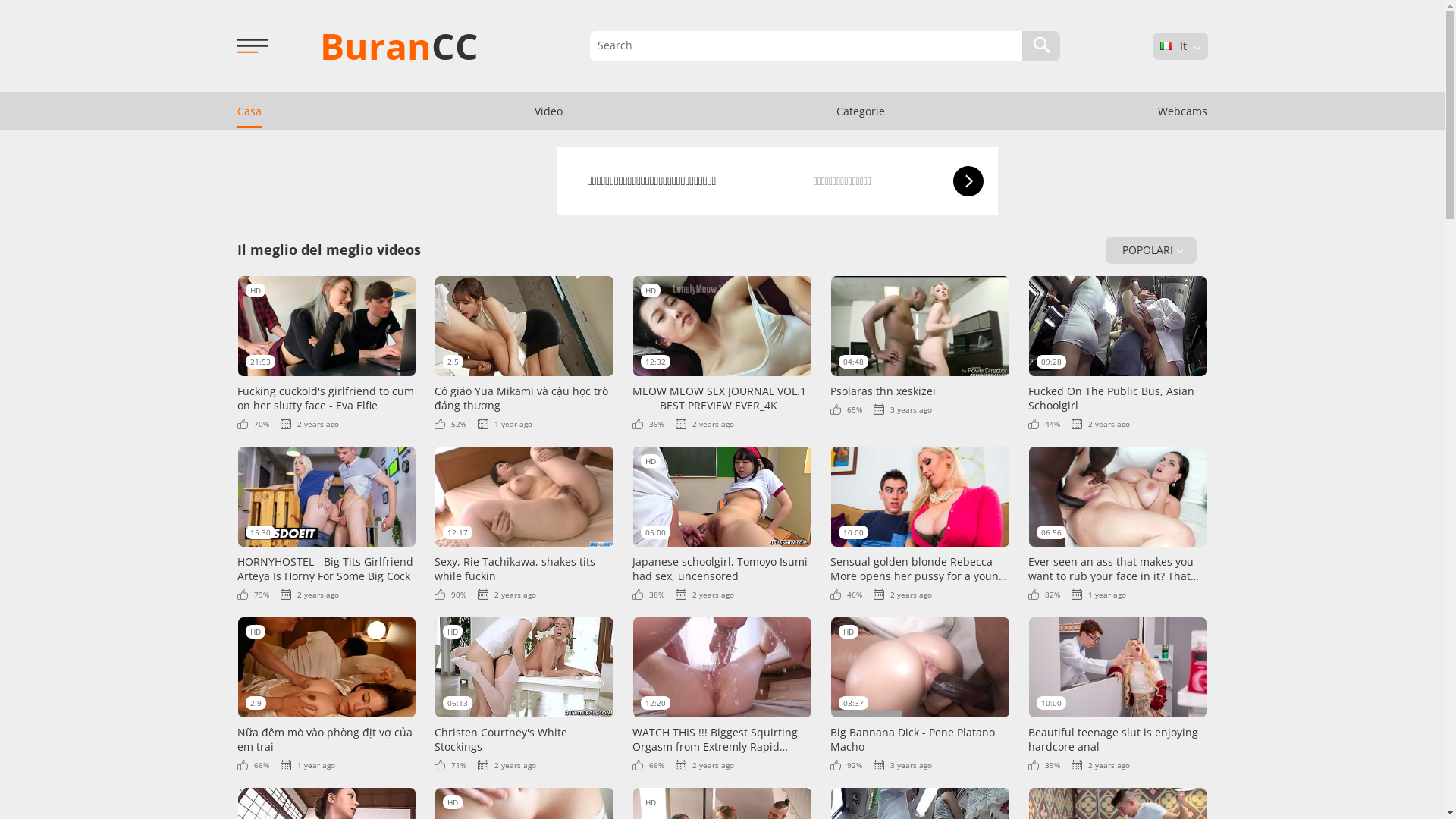 The width and height of the screenshot is (1456, 819). Describe the element at coordinates (399, 45) in the screenshot. I see `'BuranCC'` at that location.